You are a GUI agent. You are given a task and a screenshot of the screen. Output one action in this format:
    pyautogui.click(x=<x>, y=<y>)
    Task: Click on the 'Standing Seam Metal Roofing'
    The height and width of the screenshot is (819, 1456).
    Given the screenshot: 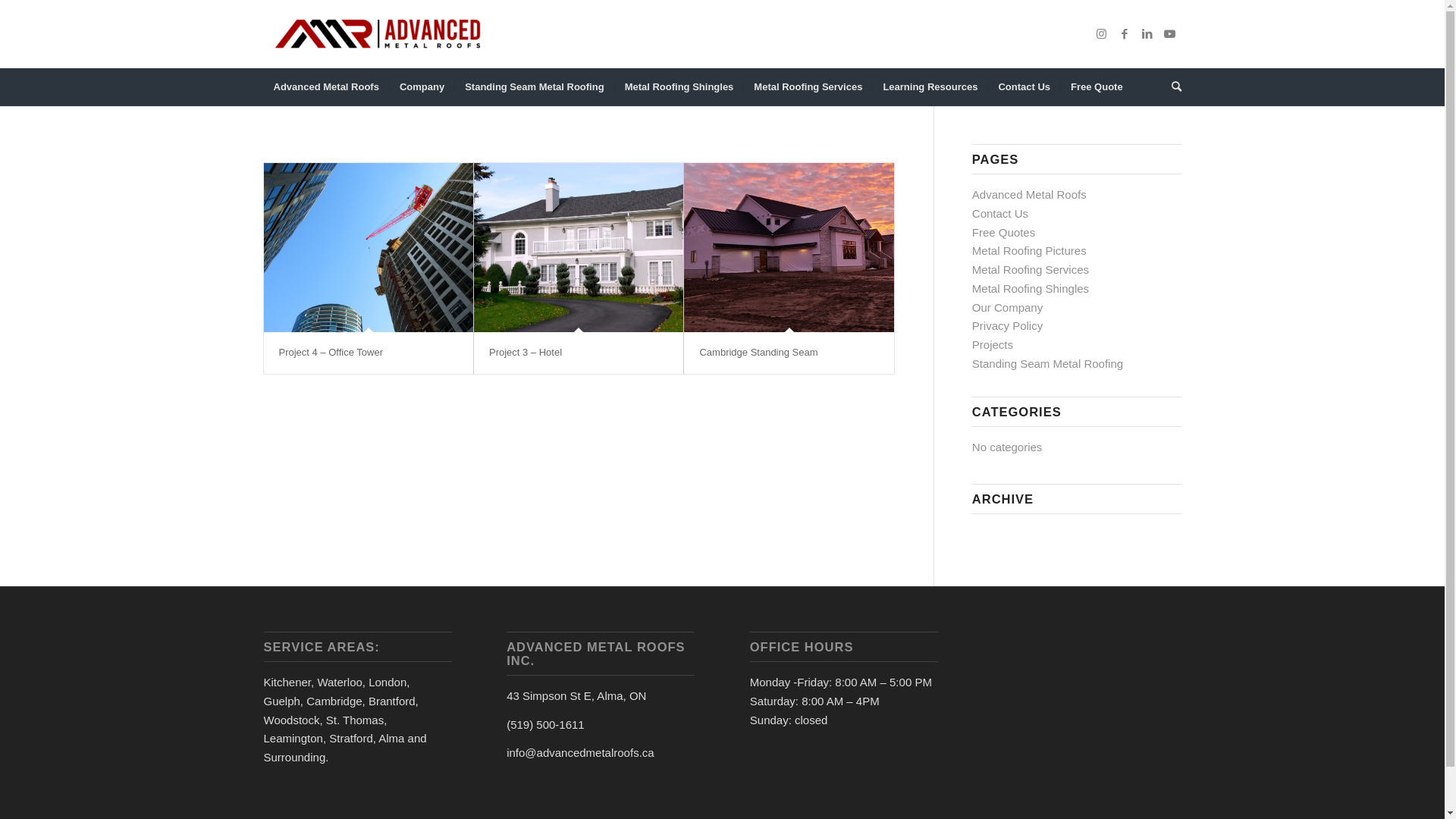 What is the action you would take?
    pyautogui.click(x=1046, y=363)
    